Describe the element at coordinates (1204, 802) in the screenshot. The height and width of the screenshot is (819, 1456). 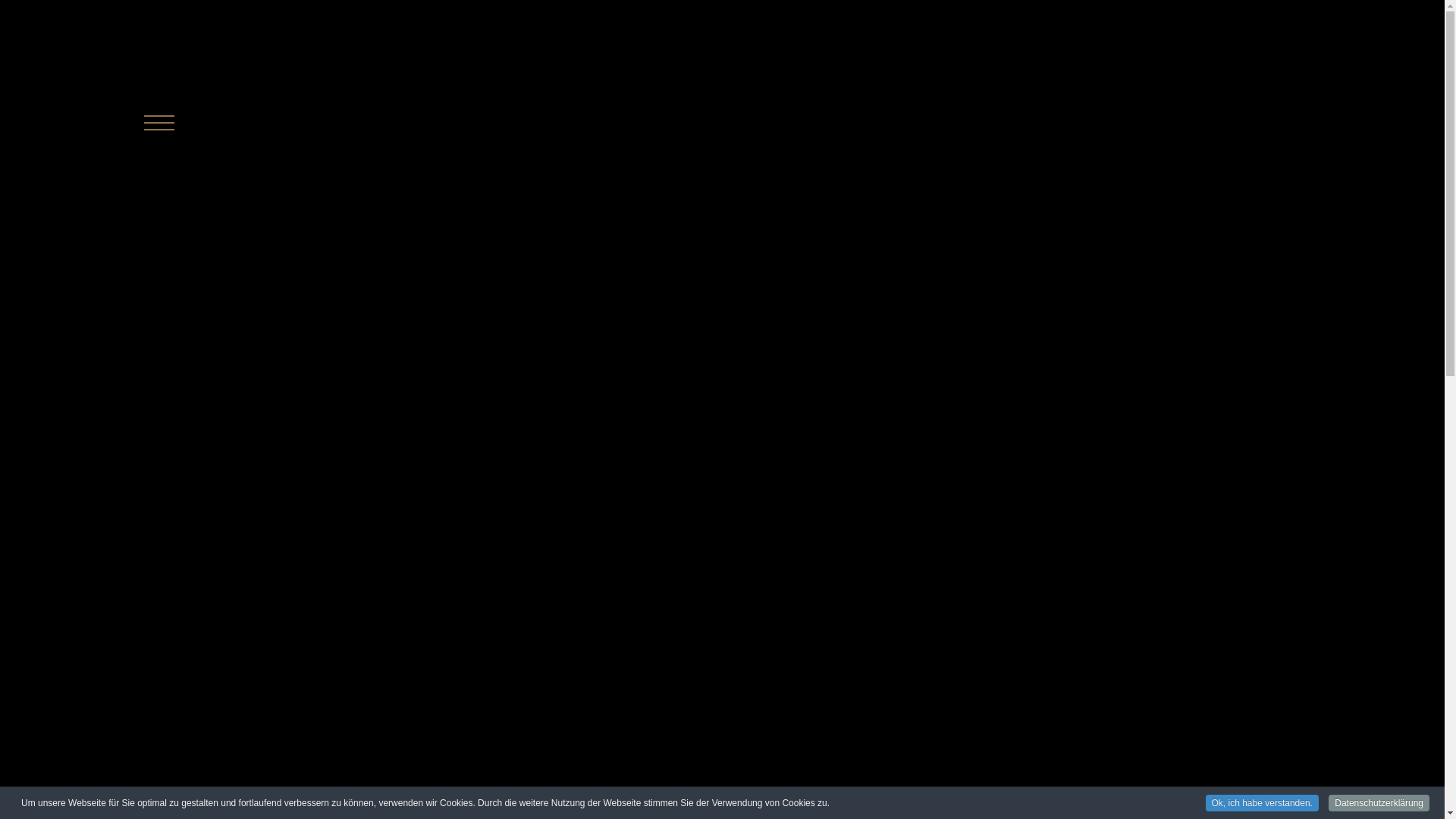
I see `'Ok, ich habe verstanden.'` at that location.